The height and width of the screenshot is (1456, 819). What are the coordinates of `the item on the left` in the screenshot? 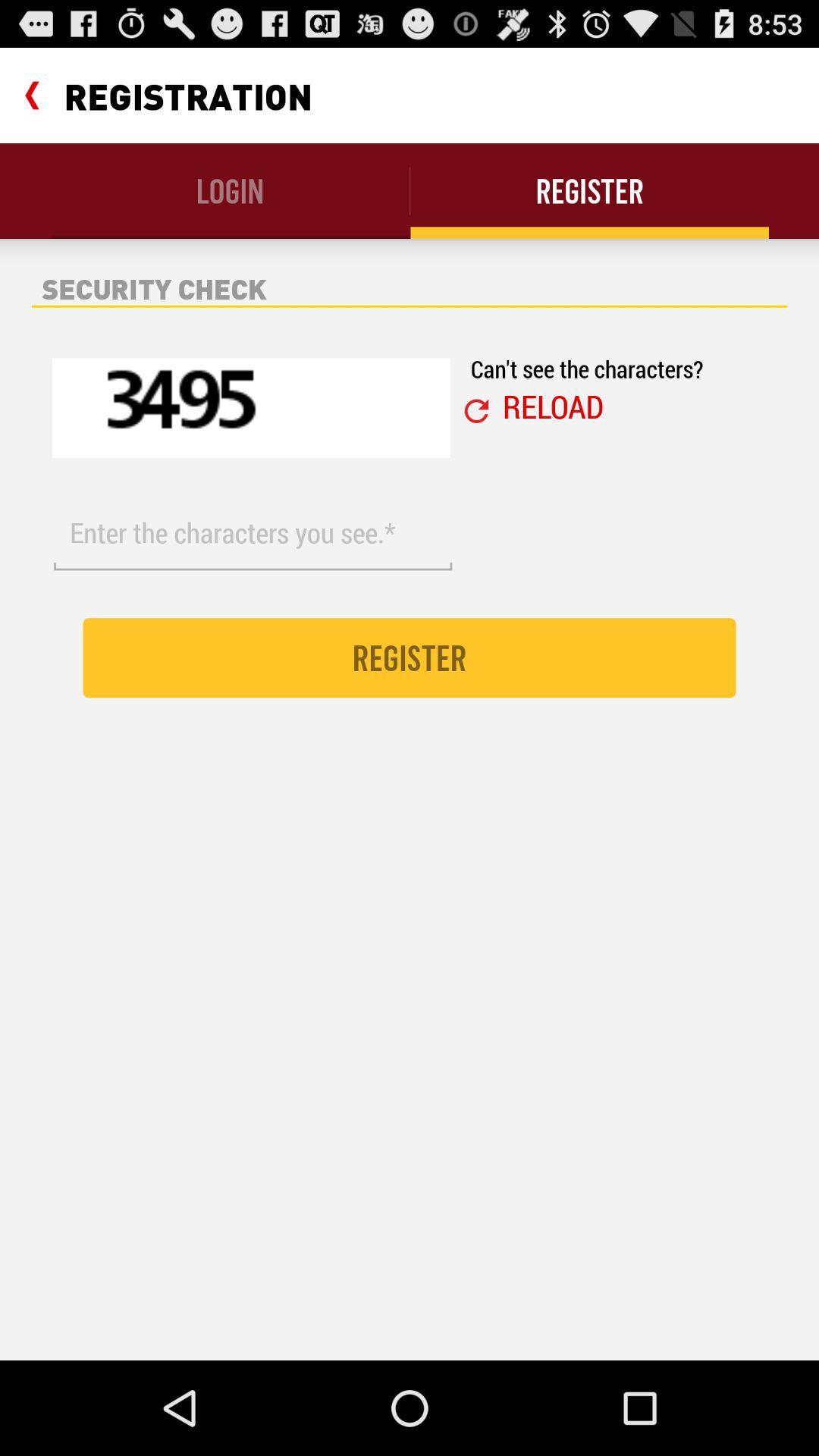 It's located at (252, 533).